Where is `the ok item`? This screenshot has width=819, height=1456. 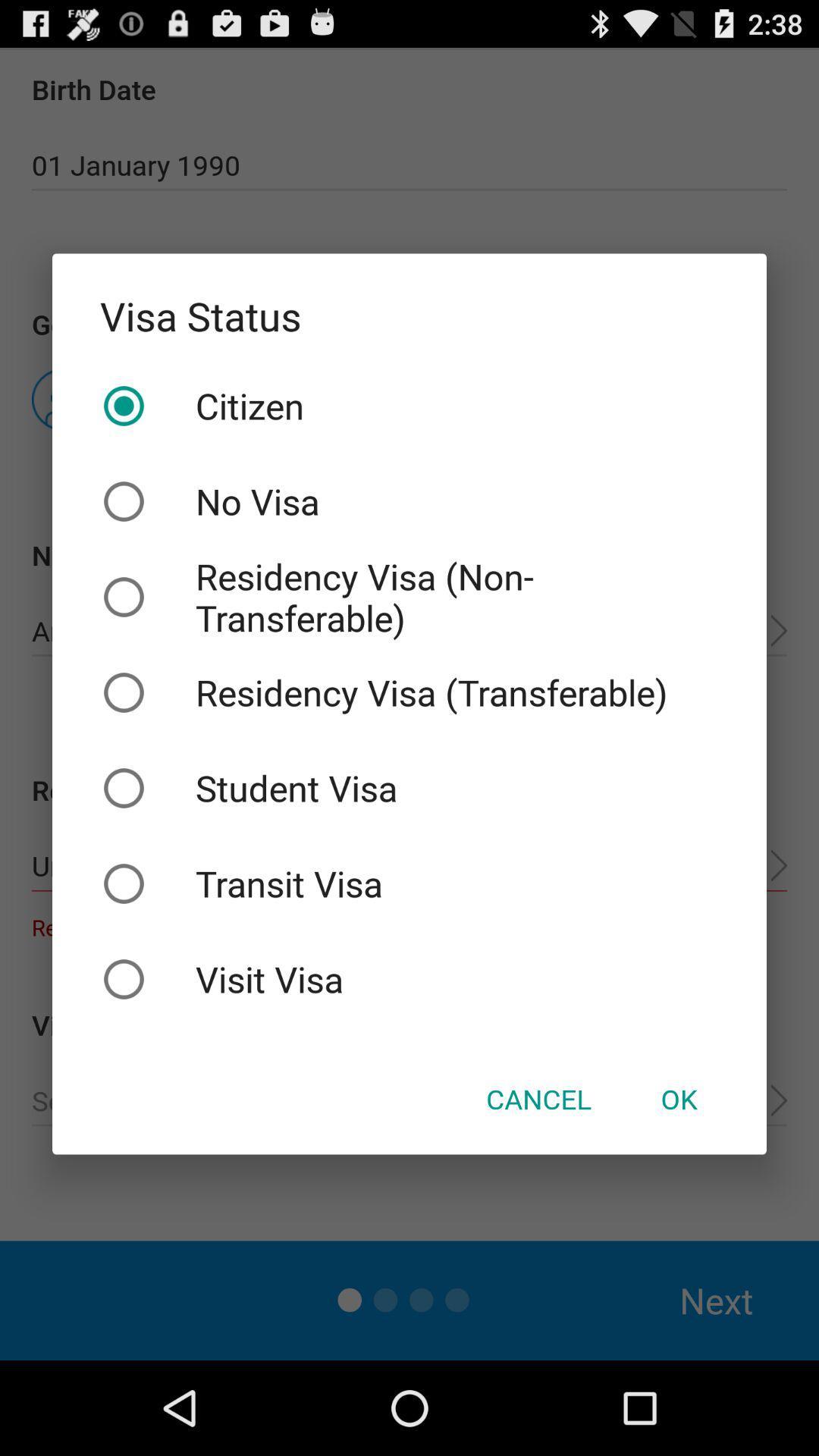 the ok item is located at coordinates (678, 1099).